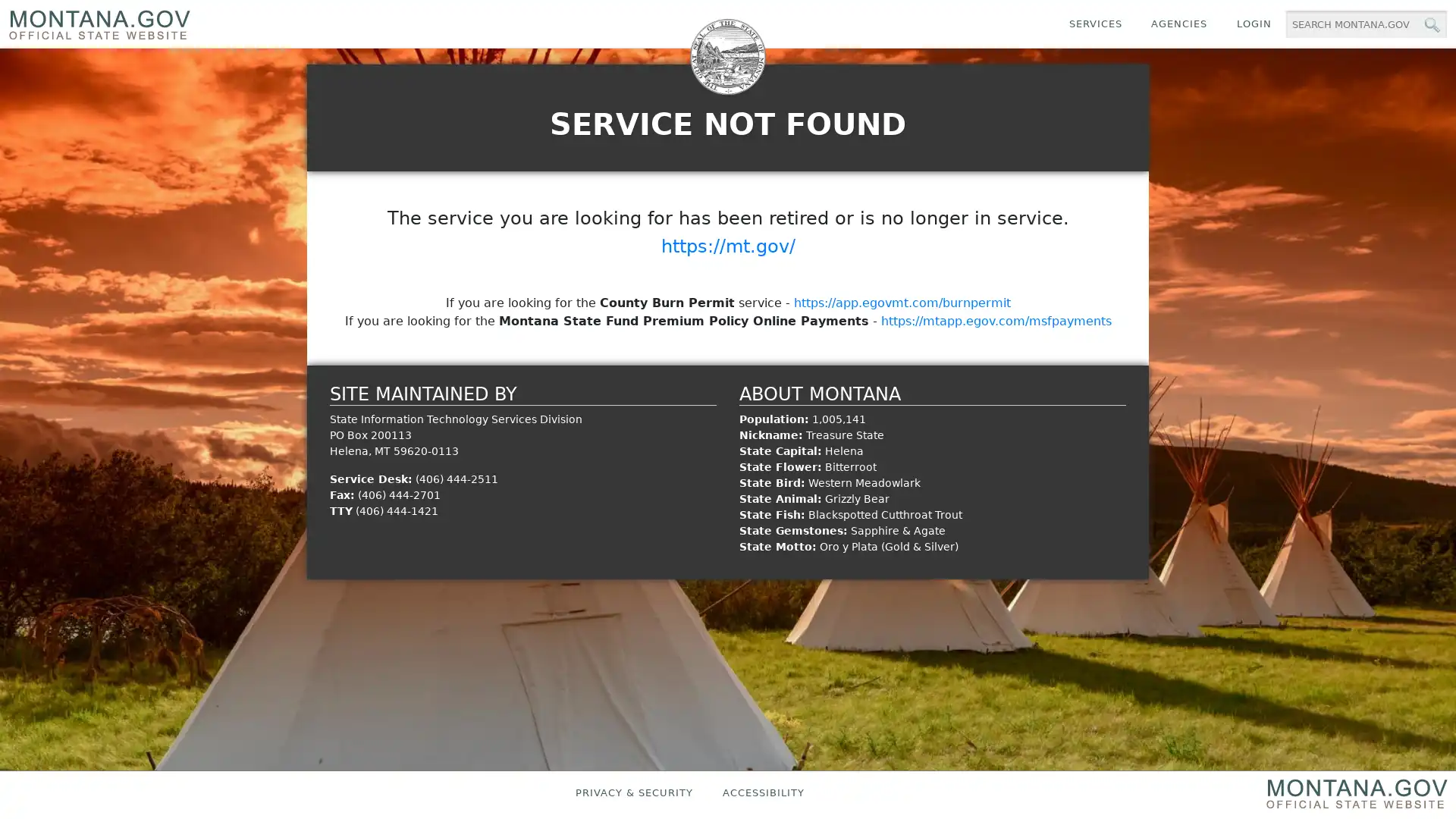 The width and height of the screenshot is (1456, 819). I want to click on MT.gov Search Button, so click(1430, 25).